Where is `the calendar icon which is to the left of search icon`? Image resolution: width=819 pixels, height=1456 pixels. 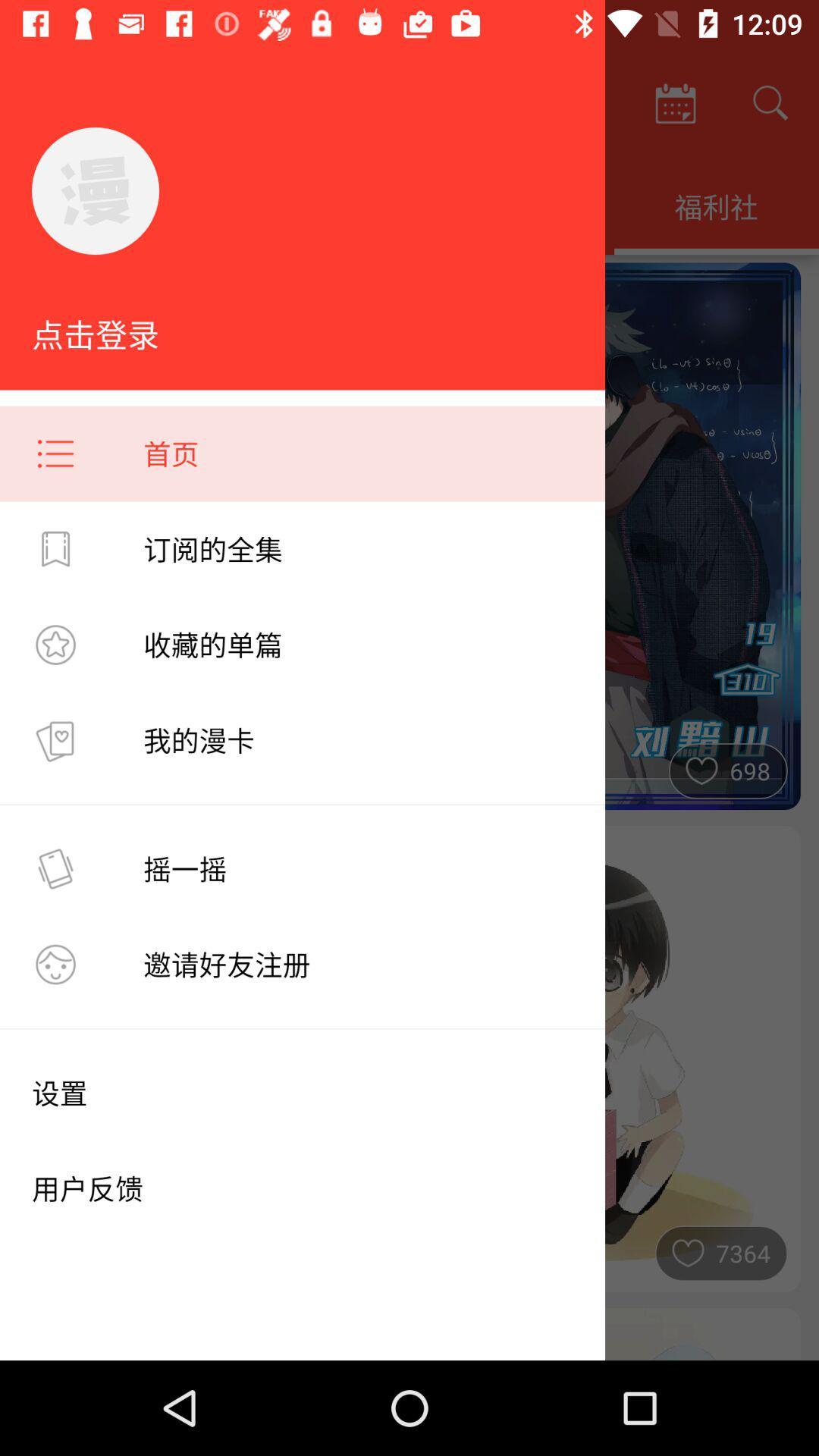
the calendar icon which is to the left of search icon is located at coordinates (675, 103).